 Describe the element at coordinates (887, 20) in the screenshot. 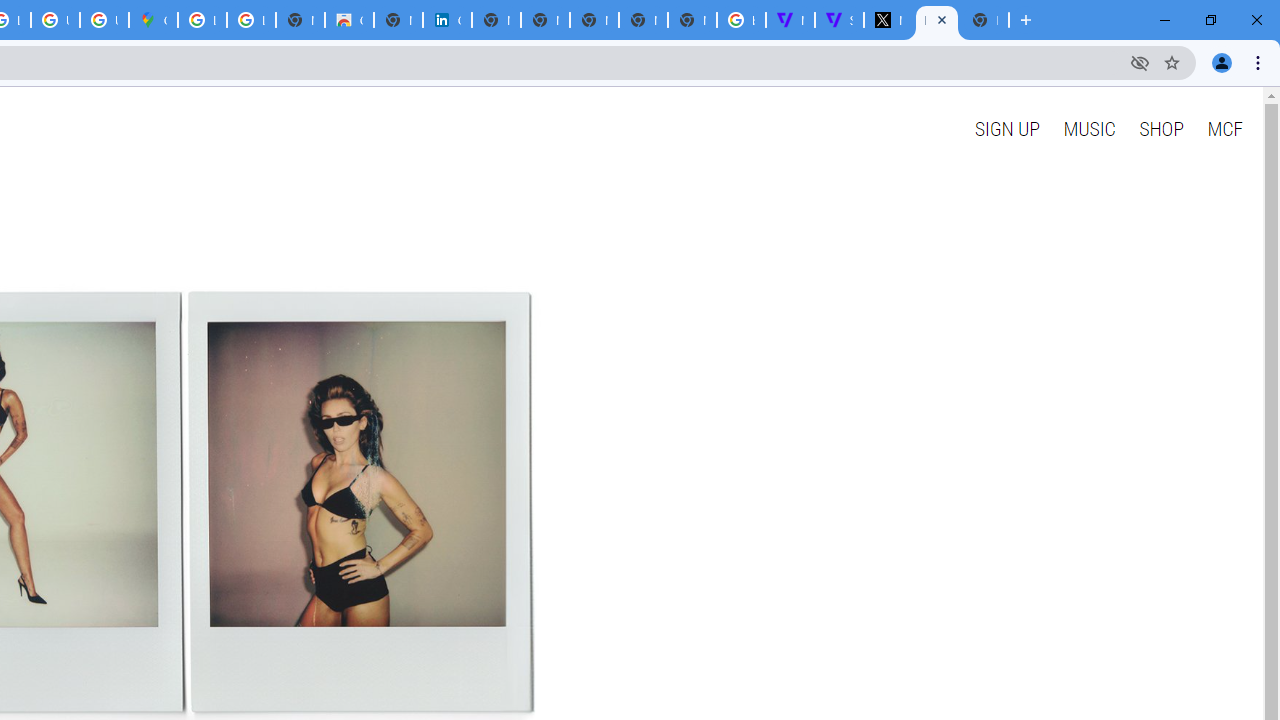

I see `'Miley Cyrus (@MileyCyrus) / X'` at that location.